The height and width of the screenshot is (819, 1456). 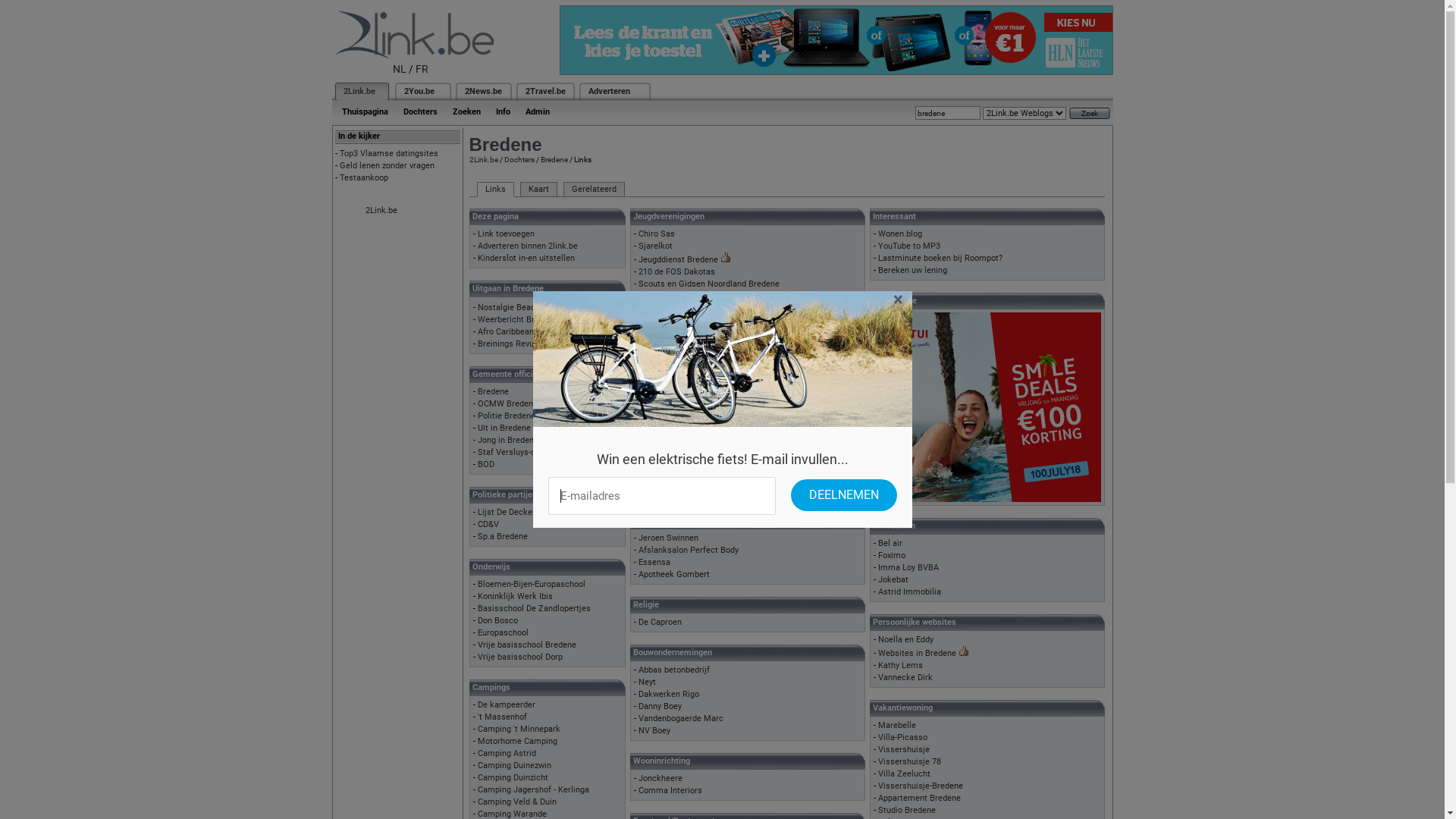 I want to click on '2News.be', so click(x=463, y=91).